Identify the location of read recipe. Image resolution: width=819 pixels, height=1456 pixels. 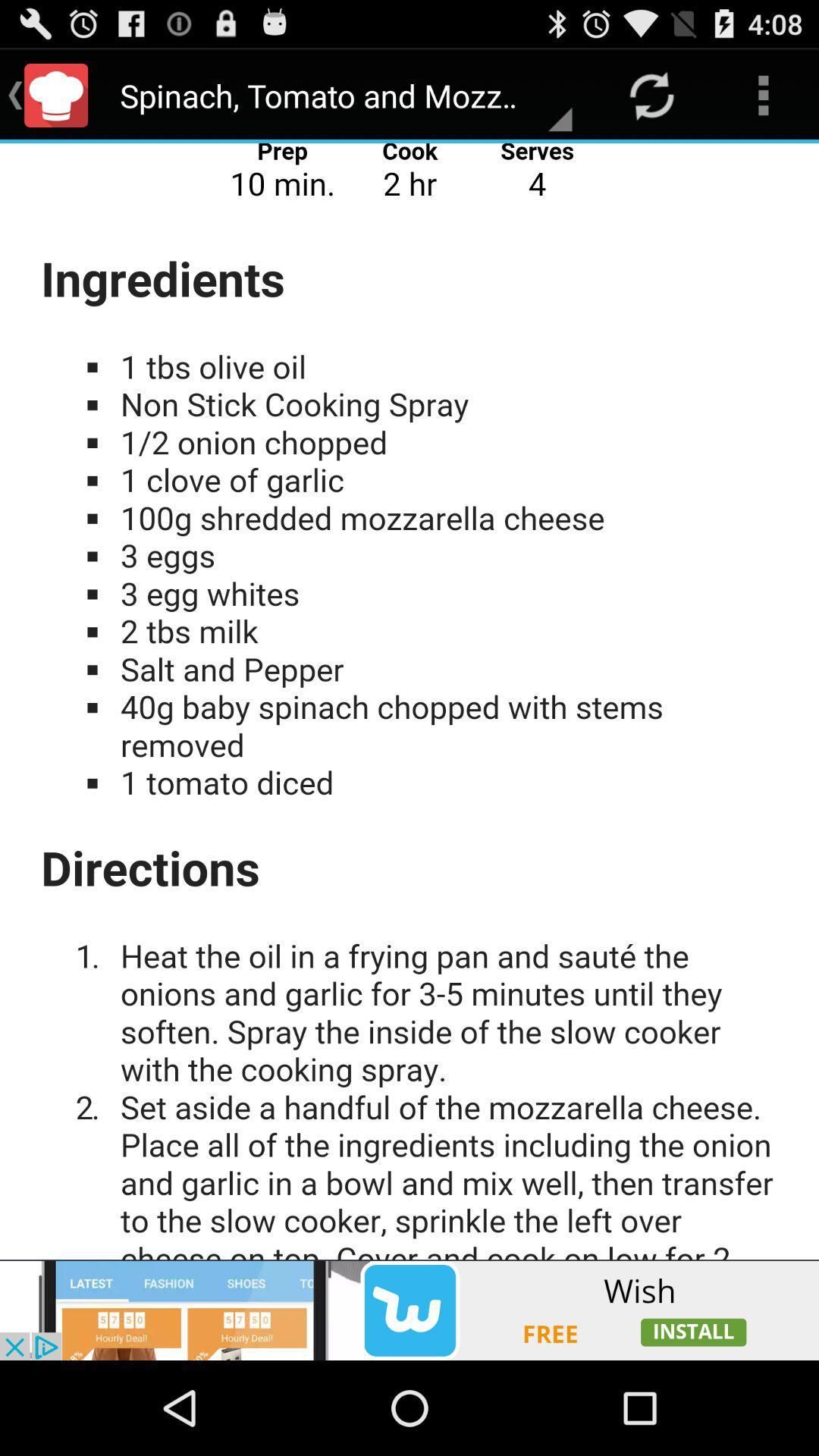
(409, 701).